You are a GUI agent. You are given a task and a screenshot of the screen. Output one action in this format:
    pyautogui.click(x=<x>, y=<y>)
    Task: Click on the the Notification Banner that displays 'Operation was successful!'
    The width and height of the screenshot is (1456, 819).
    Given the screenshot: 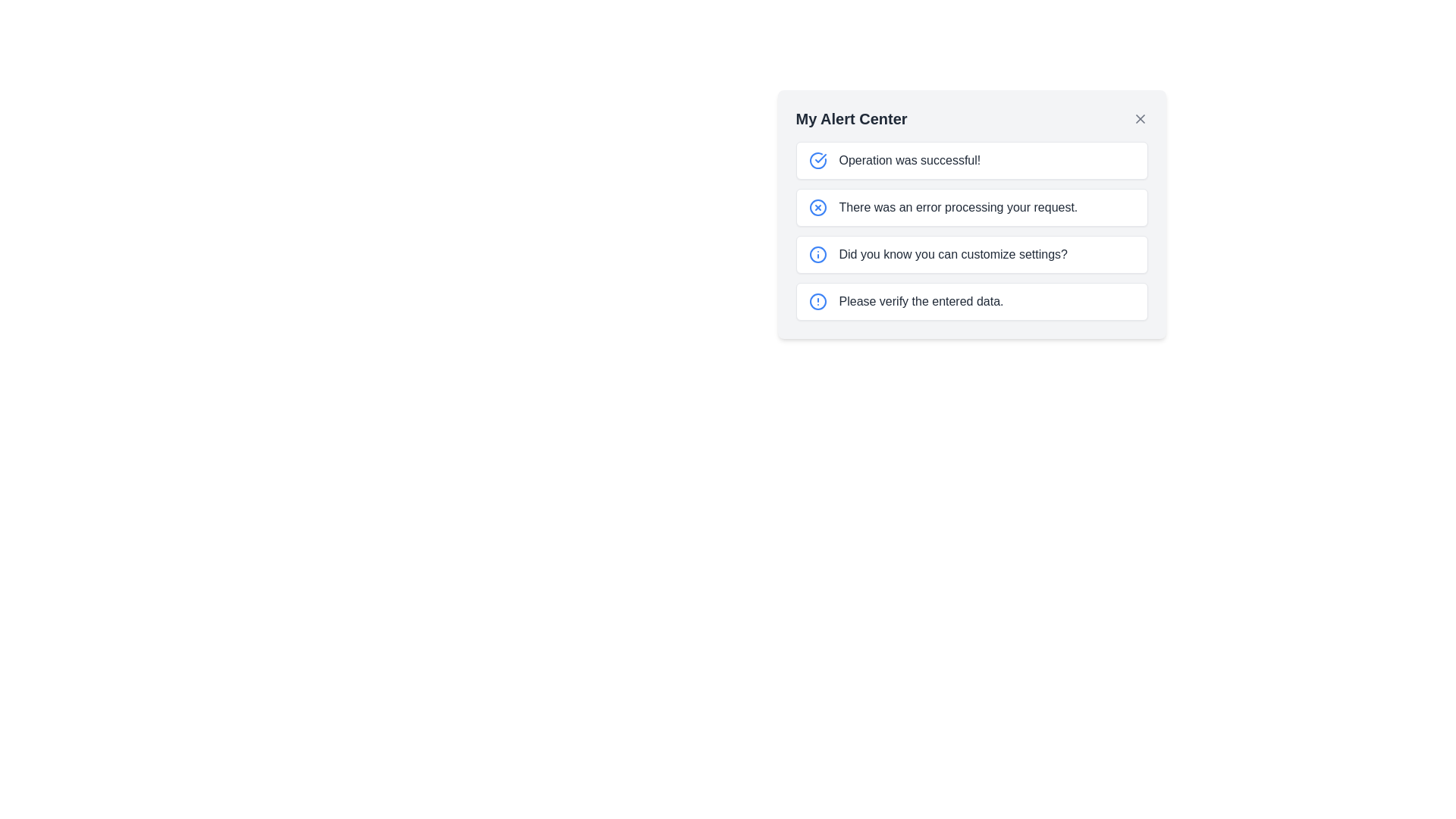 What is the action you would take?
    pyautogui.click(x=971, y=161)
    